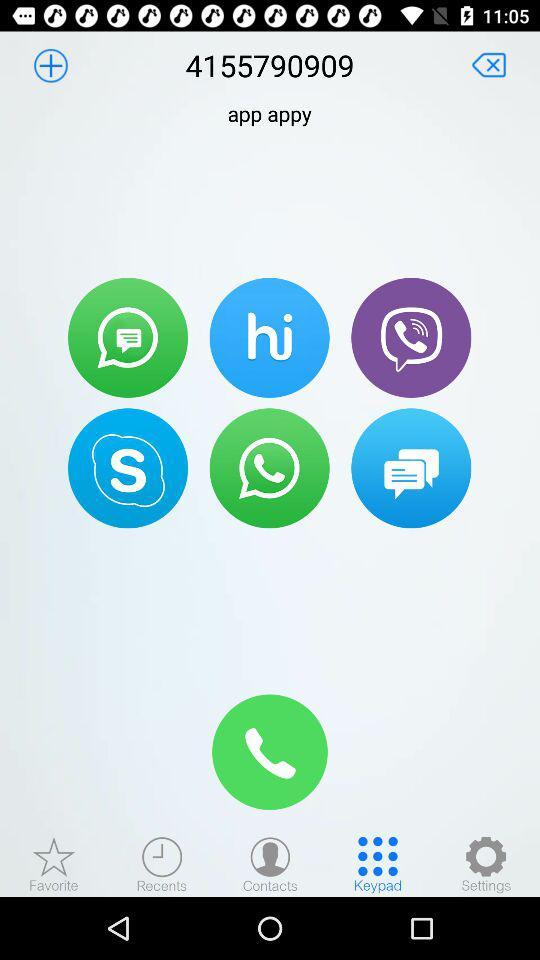  Describe the element at coordinates (270, 338) in the screenshot. I see `the circle above whatsapp` at that location.